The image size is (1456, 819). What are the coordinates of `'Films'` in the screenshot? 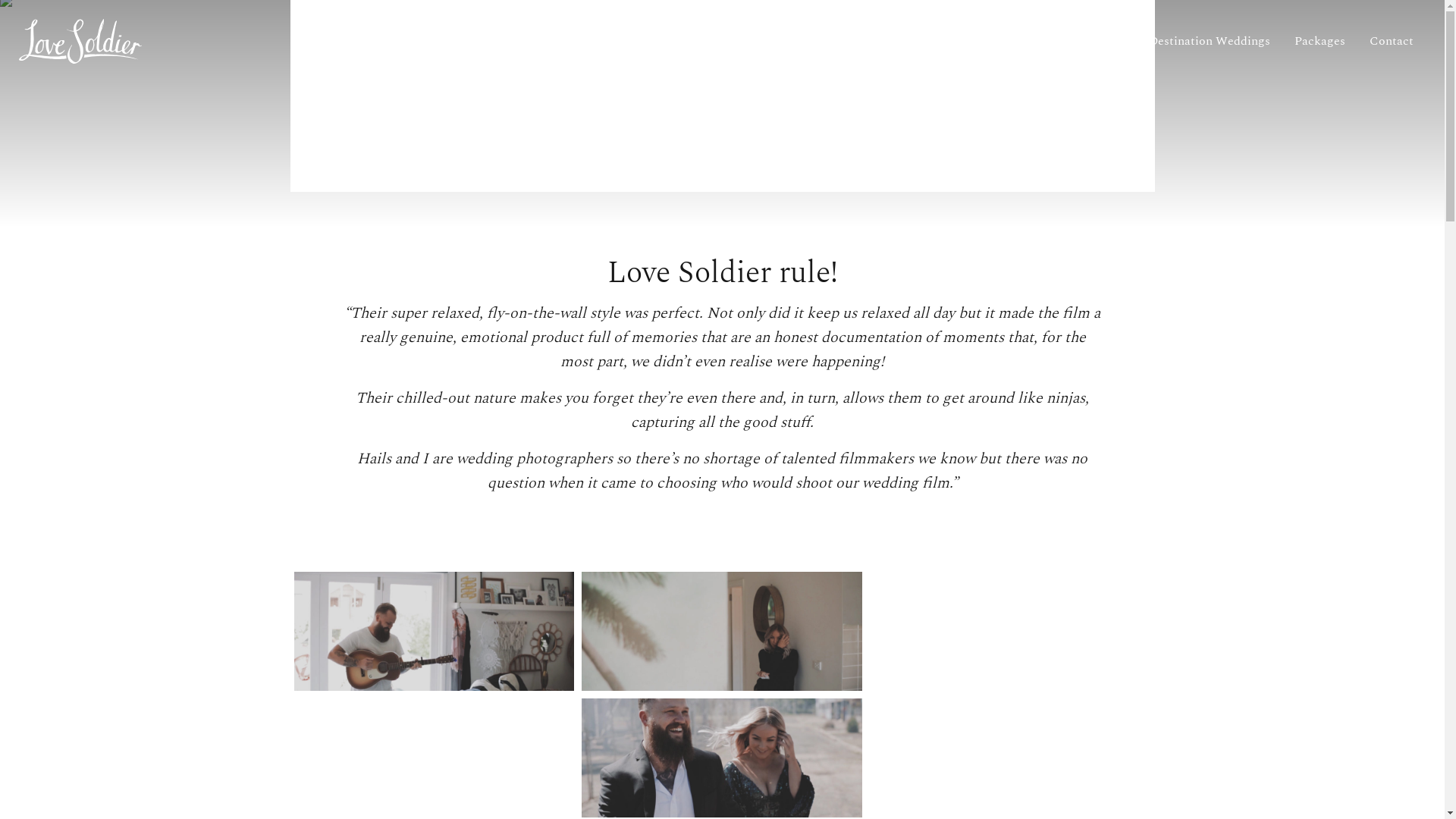 It's located at (1109, 40).